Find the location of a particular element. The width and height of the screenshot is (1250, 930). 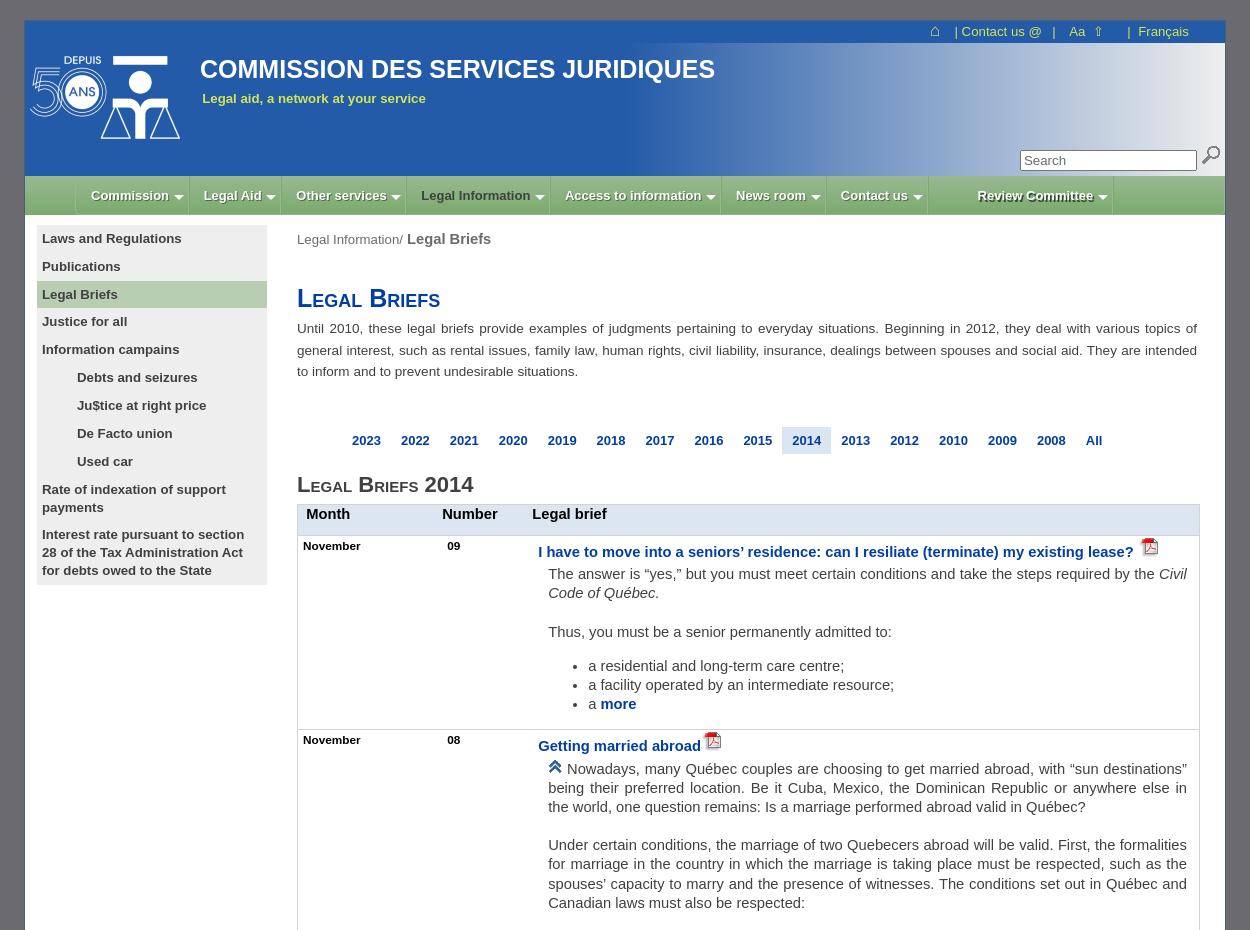

'Ju$tice at right price' is located at coordinates (76, 405).